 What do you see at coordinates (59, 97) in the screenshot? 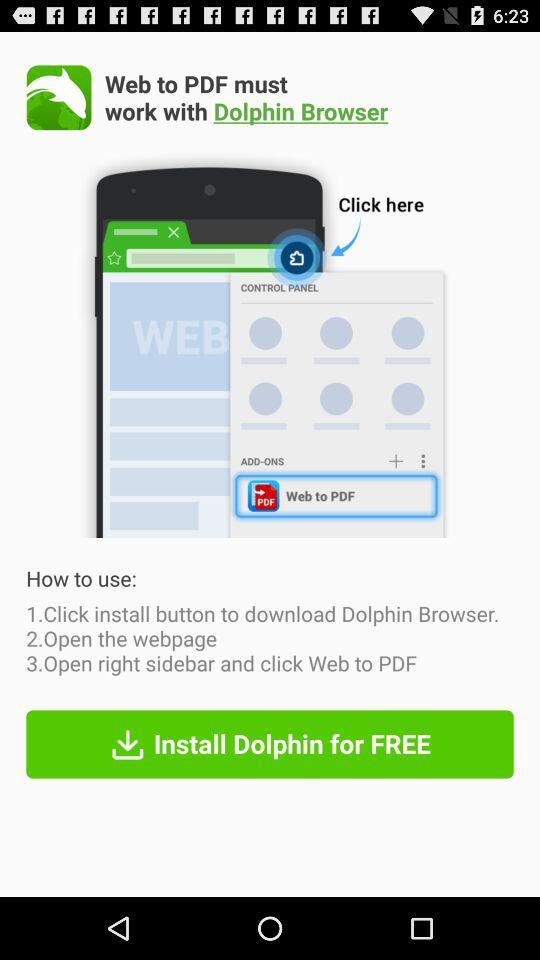
I see `the icon to the left of the web to pdf app` at bounding box center [59, 97].